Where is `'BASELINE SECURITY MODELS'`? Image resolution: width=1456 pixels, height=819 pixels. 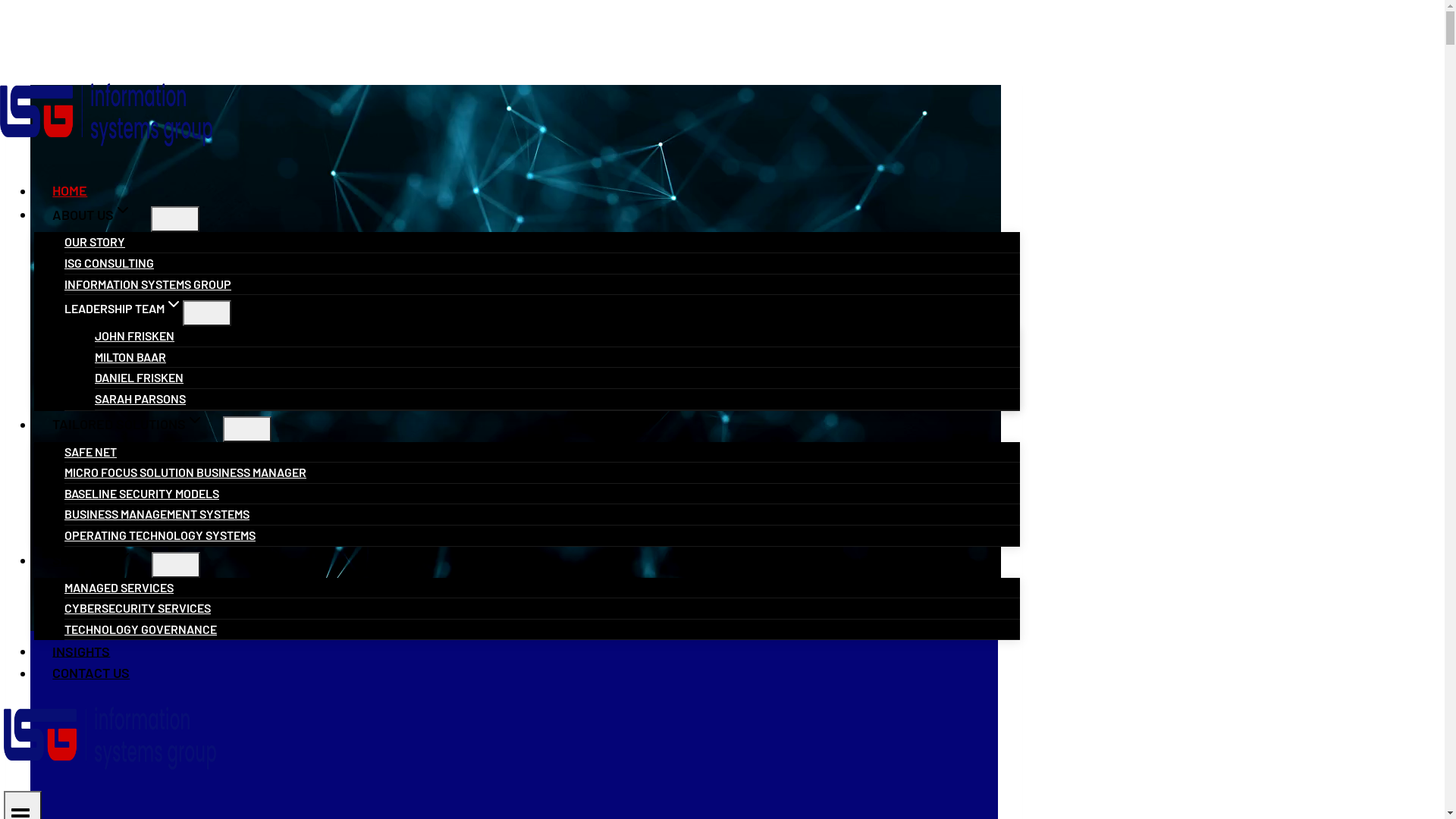
'BASELINE SECURITY MODELS' is located at coordinates (142, 493).